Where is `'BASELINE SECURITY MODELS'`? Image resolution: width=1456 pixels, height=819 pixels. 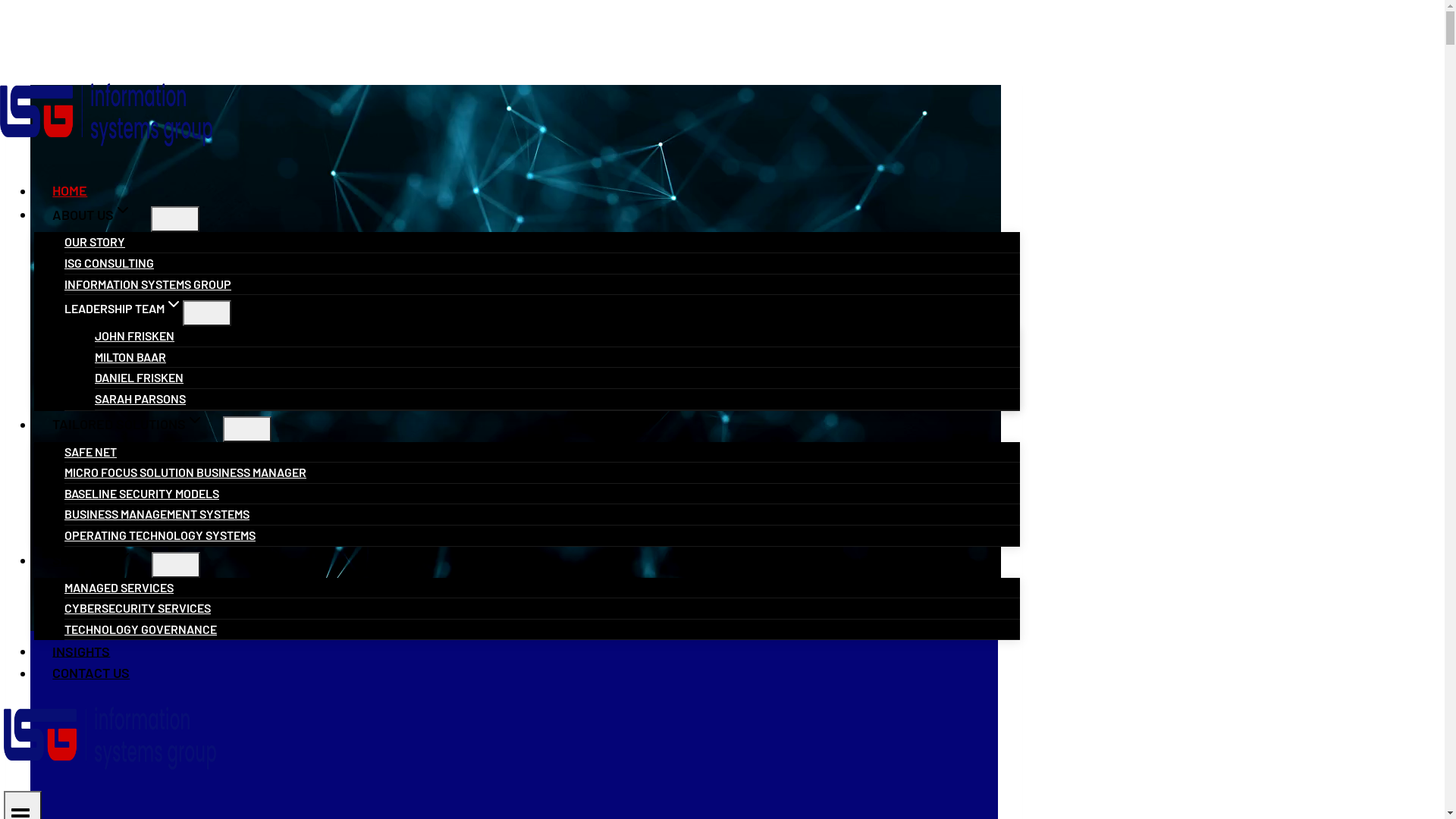
'BASELINE SECURITY MODELS' is located at coordinates (142, 493).